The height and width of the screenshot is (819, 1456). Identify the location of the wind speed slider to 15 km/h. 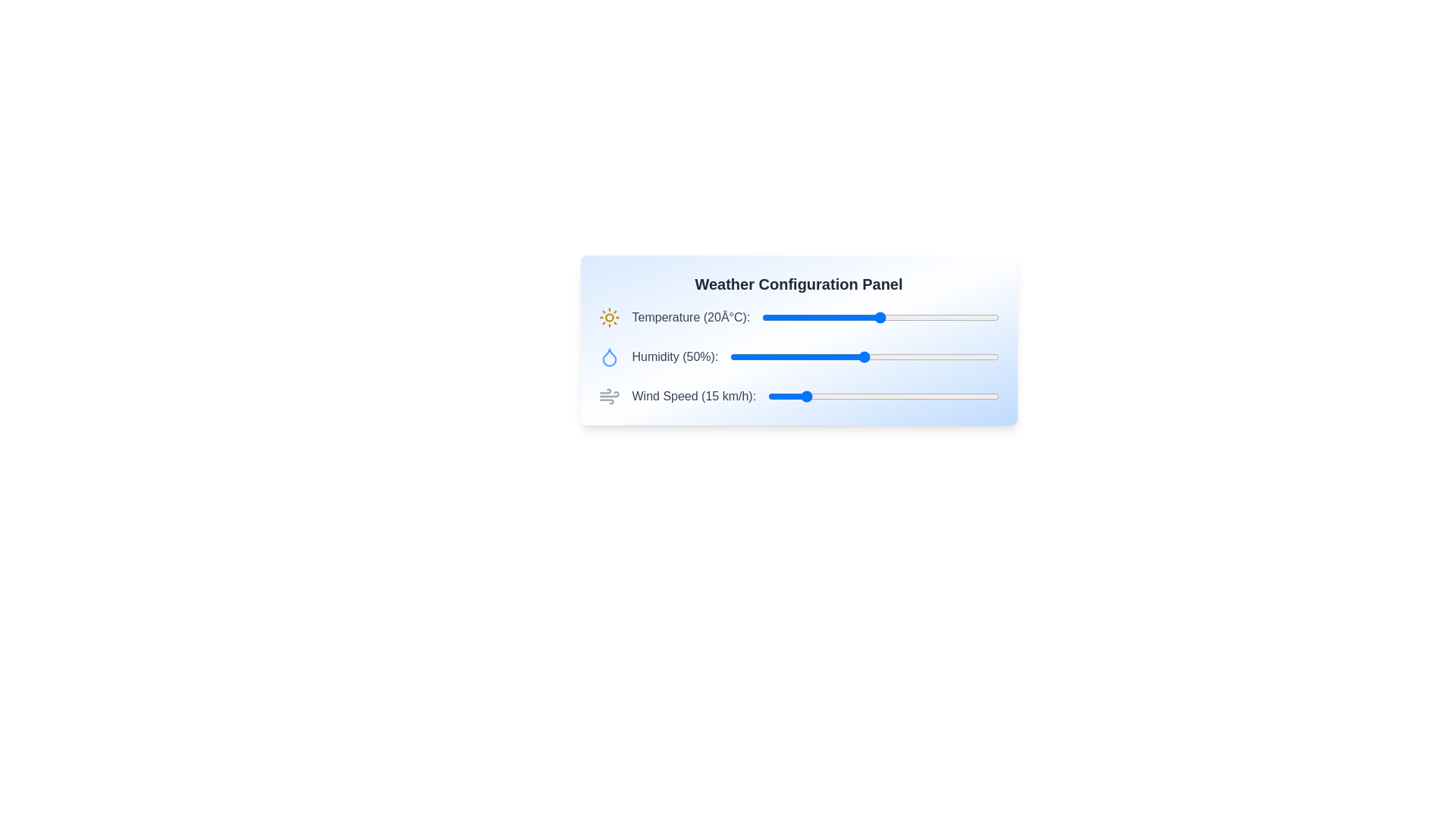
(802, 396).